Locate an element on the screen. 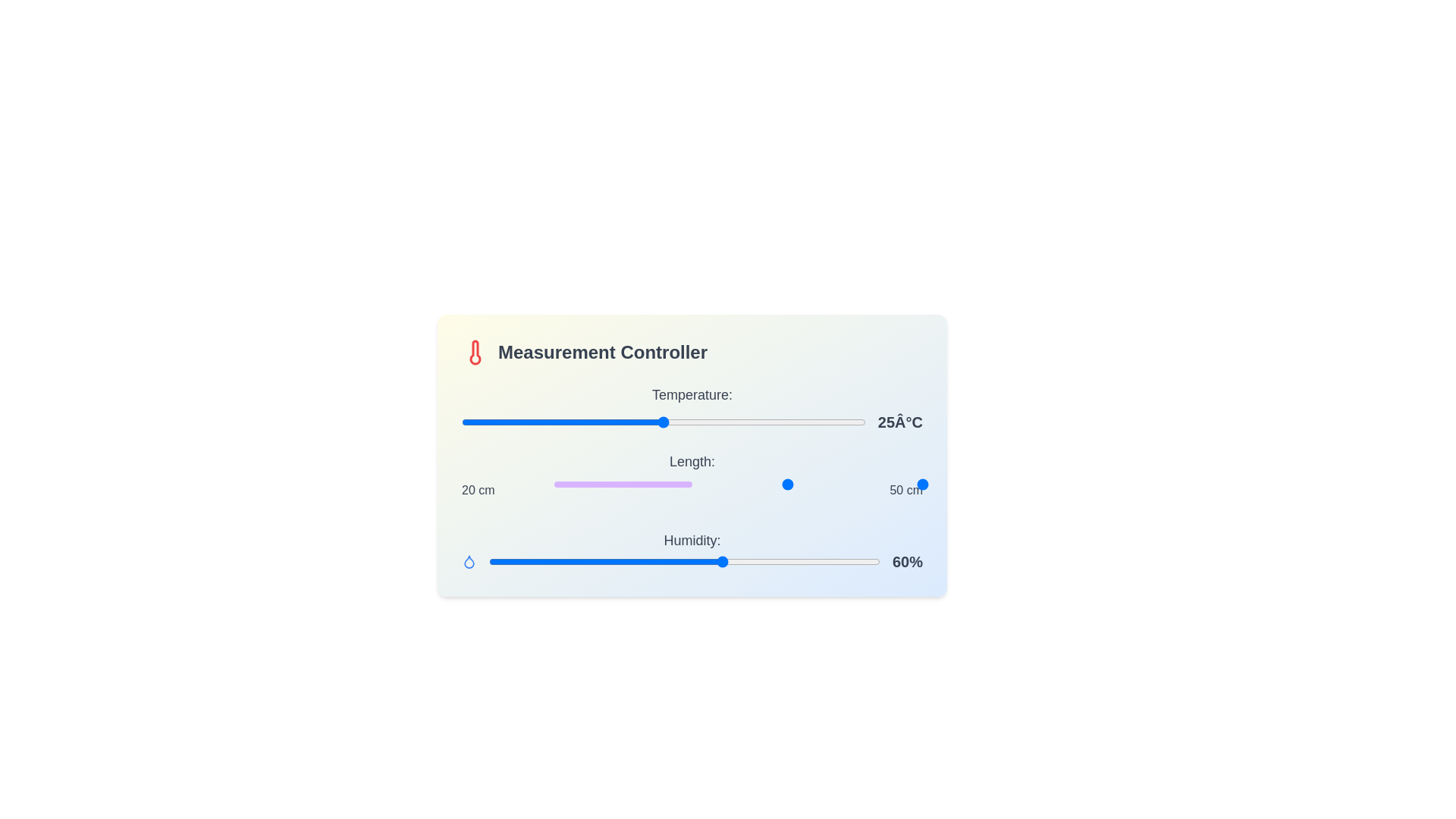 The image size is (1456, 819). the temperature is located at coordinates (703, 422).